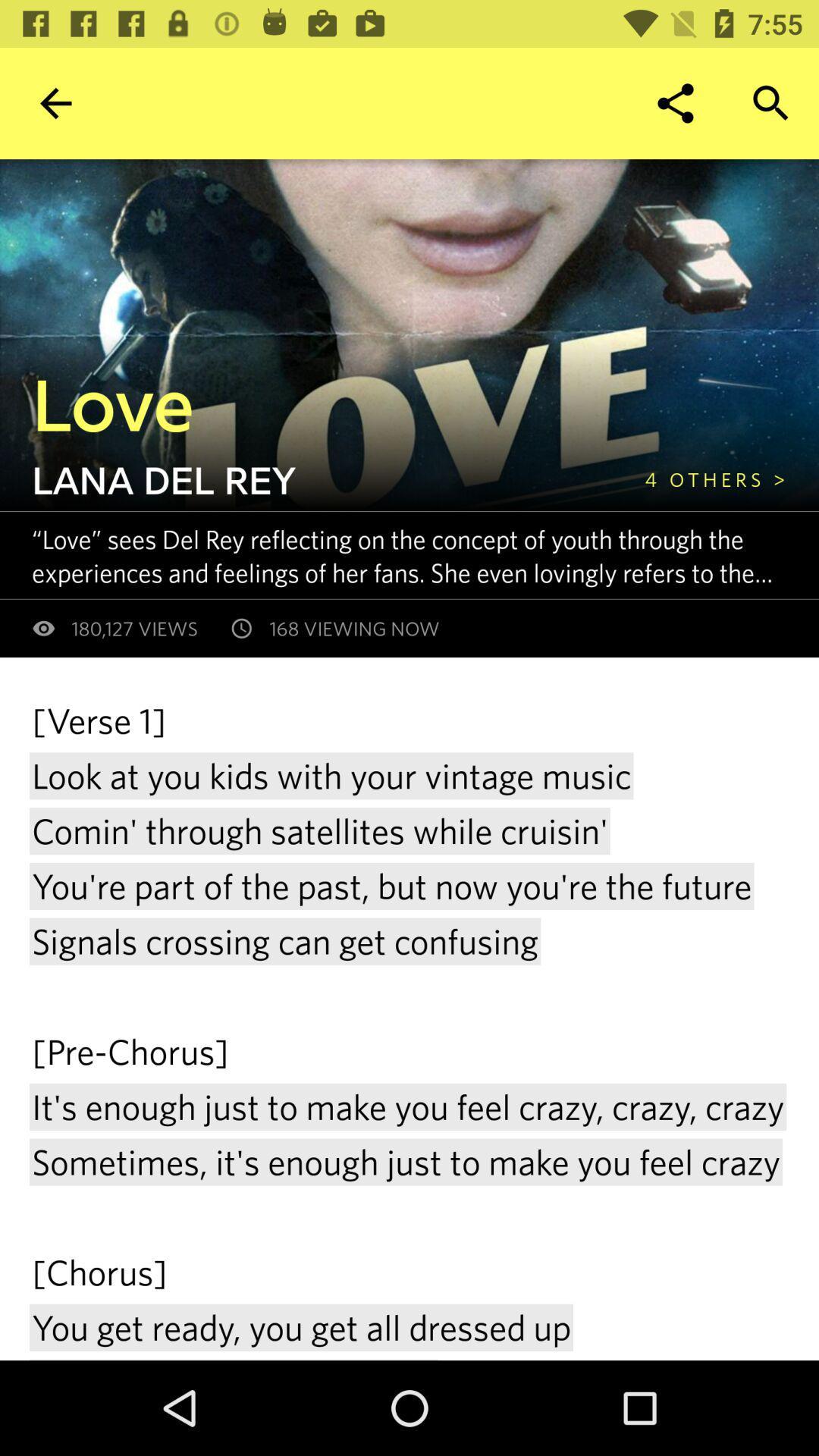  Describe the element at coordinates (409, 1028) in the screenshot. I see `icon below 180,127 views item` at that location.